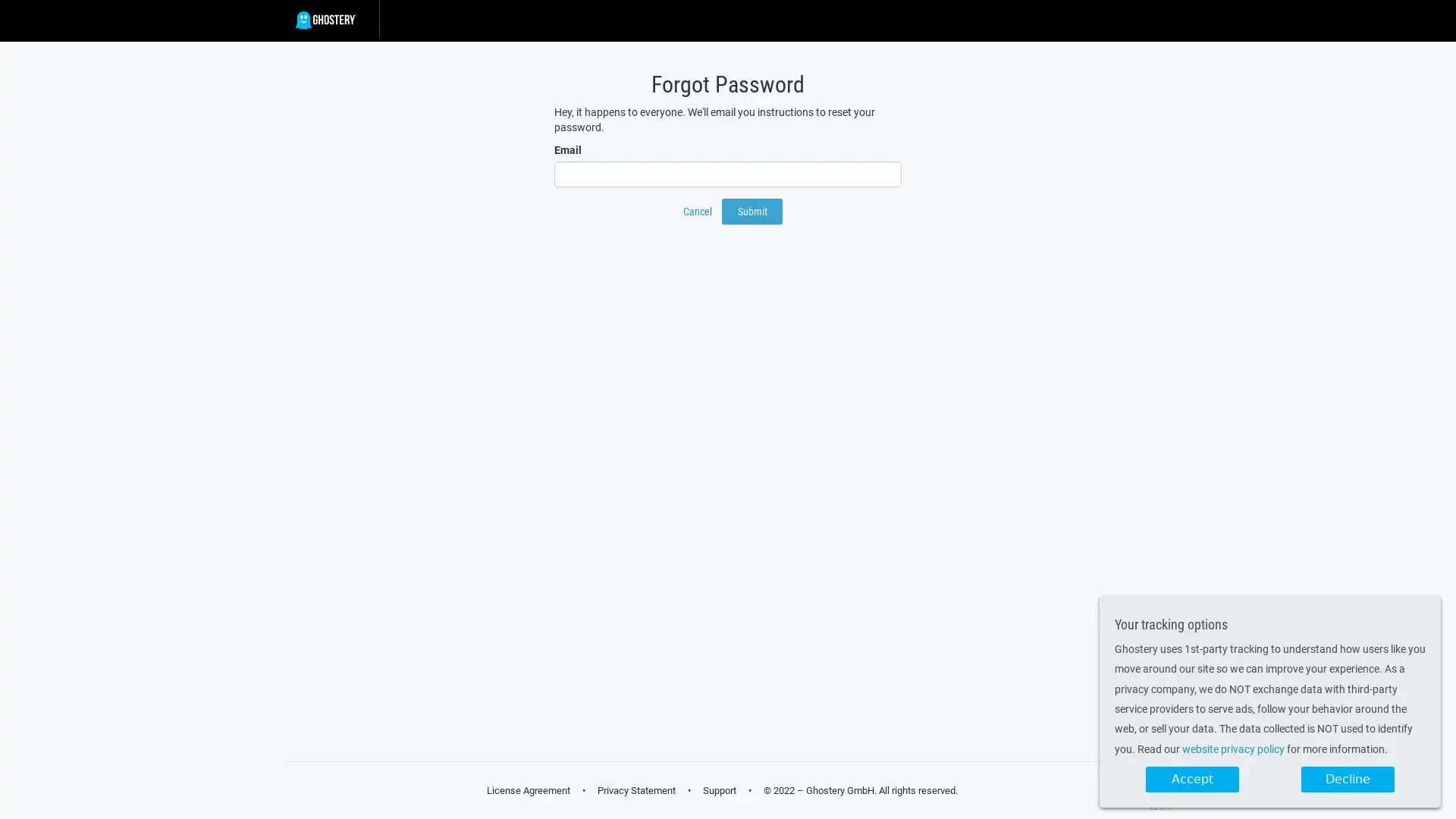 This screenshot has width=1456, height=819. I want to click on Decline, so click(1348, 780).